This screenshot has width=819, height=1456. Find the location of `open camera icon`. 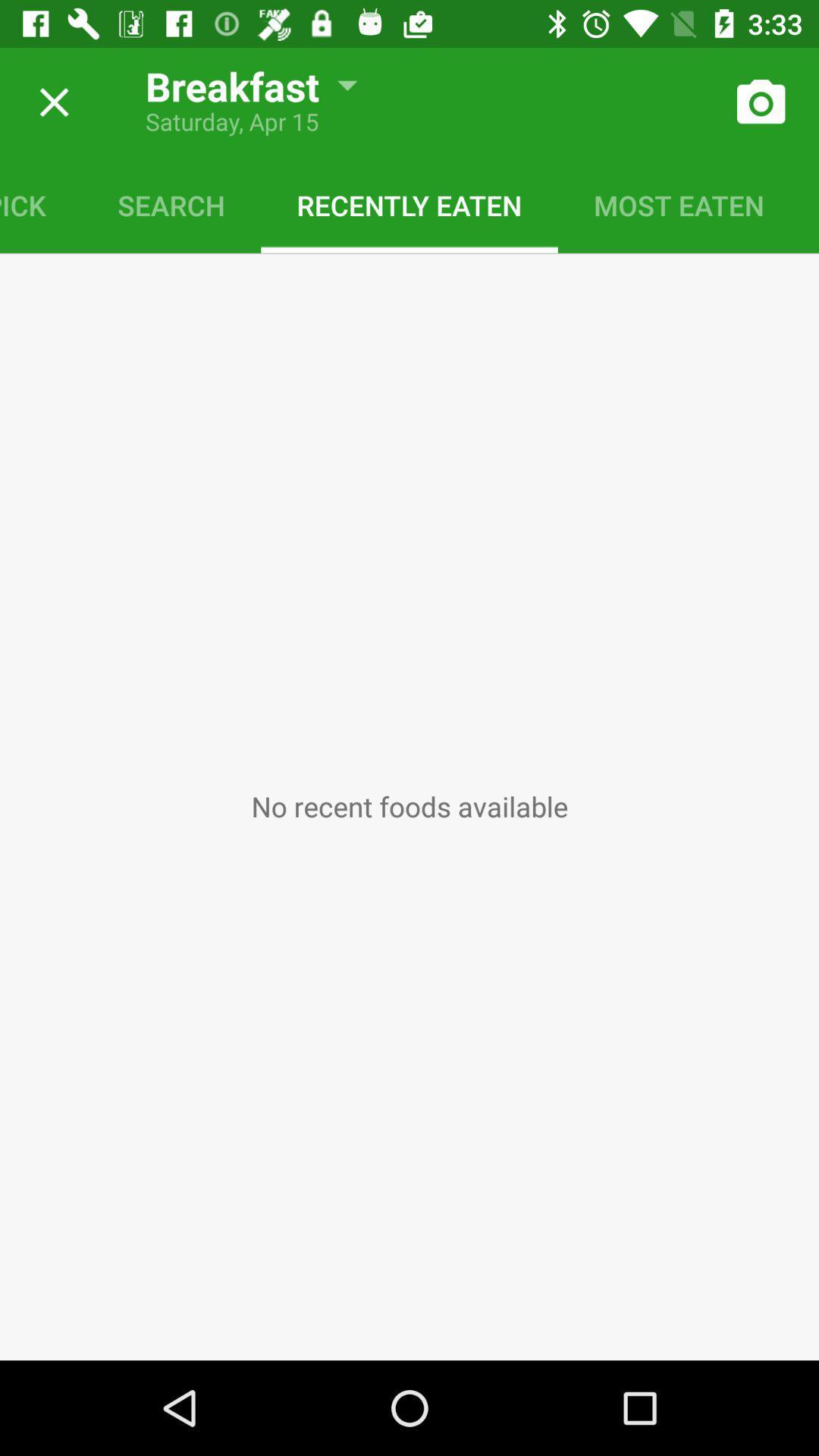

open camera icon is located at coordinates (760, 102).